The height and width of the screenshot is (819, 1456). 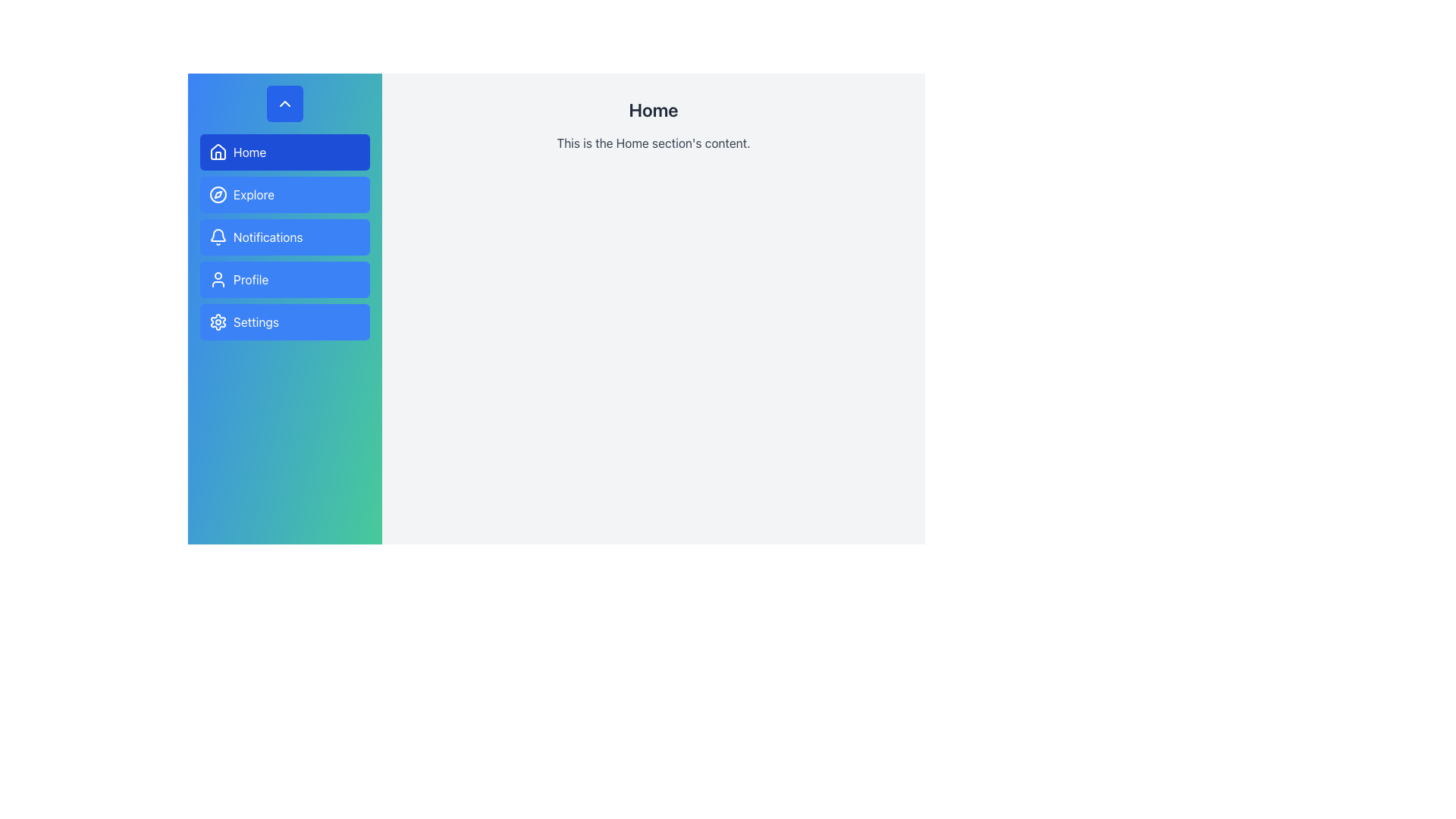 I want to click on the circular gear icon located in the 'Settings' menu option in the sidebar, which is to the left of the word 'Settings', so click(x=218, y=321).